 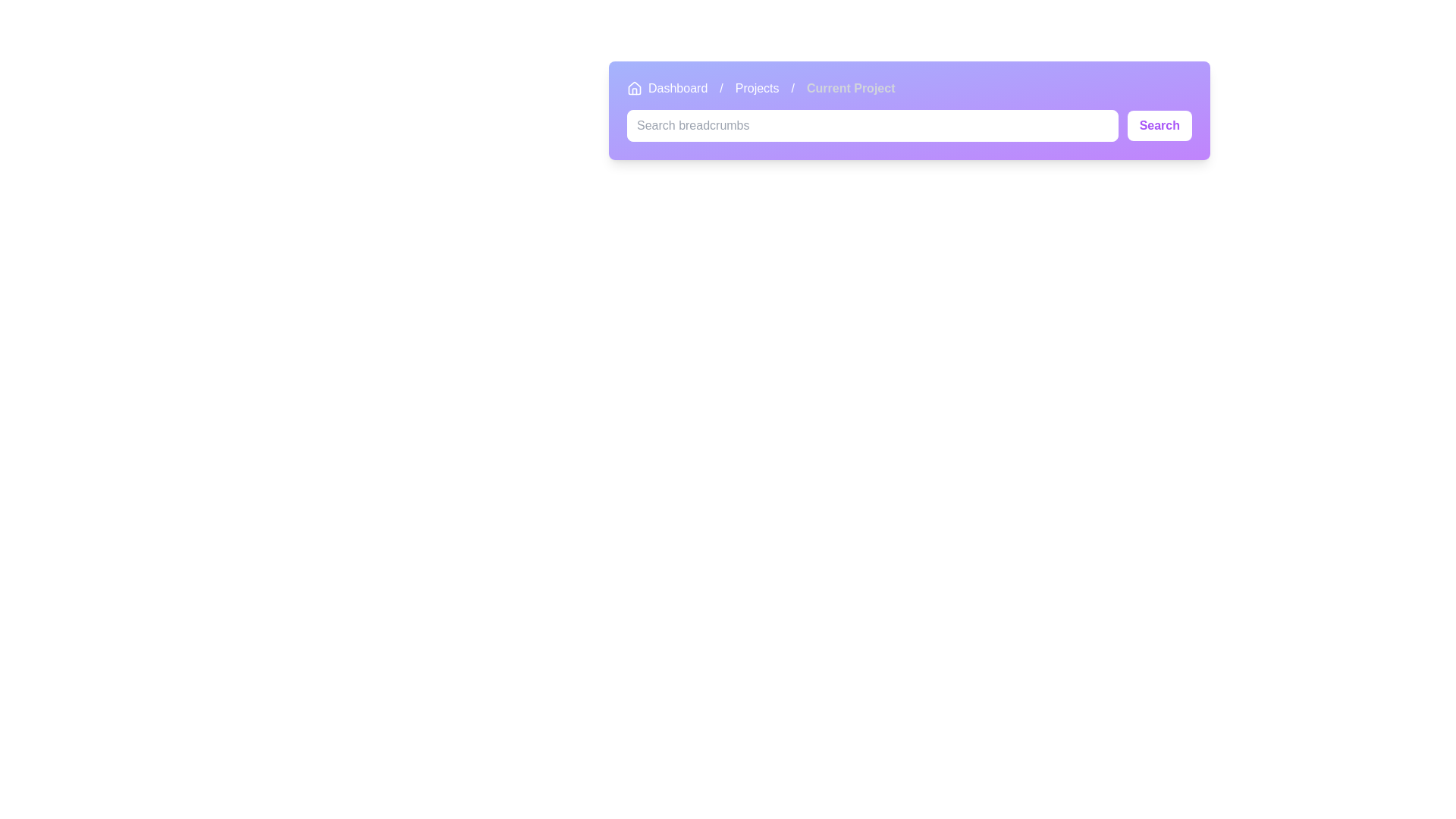 I want to click on the 'Projects' link in the Breadcrumb navigation widget, so click(x=761, y=88).